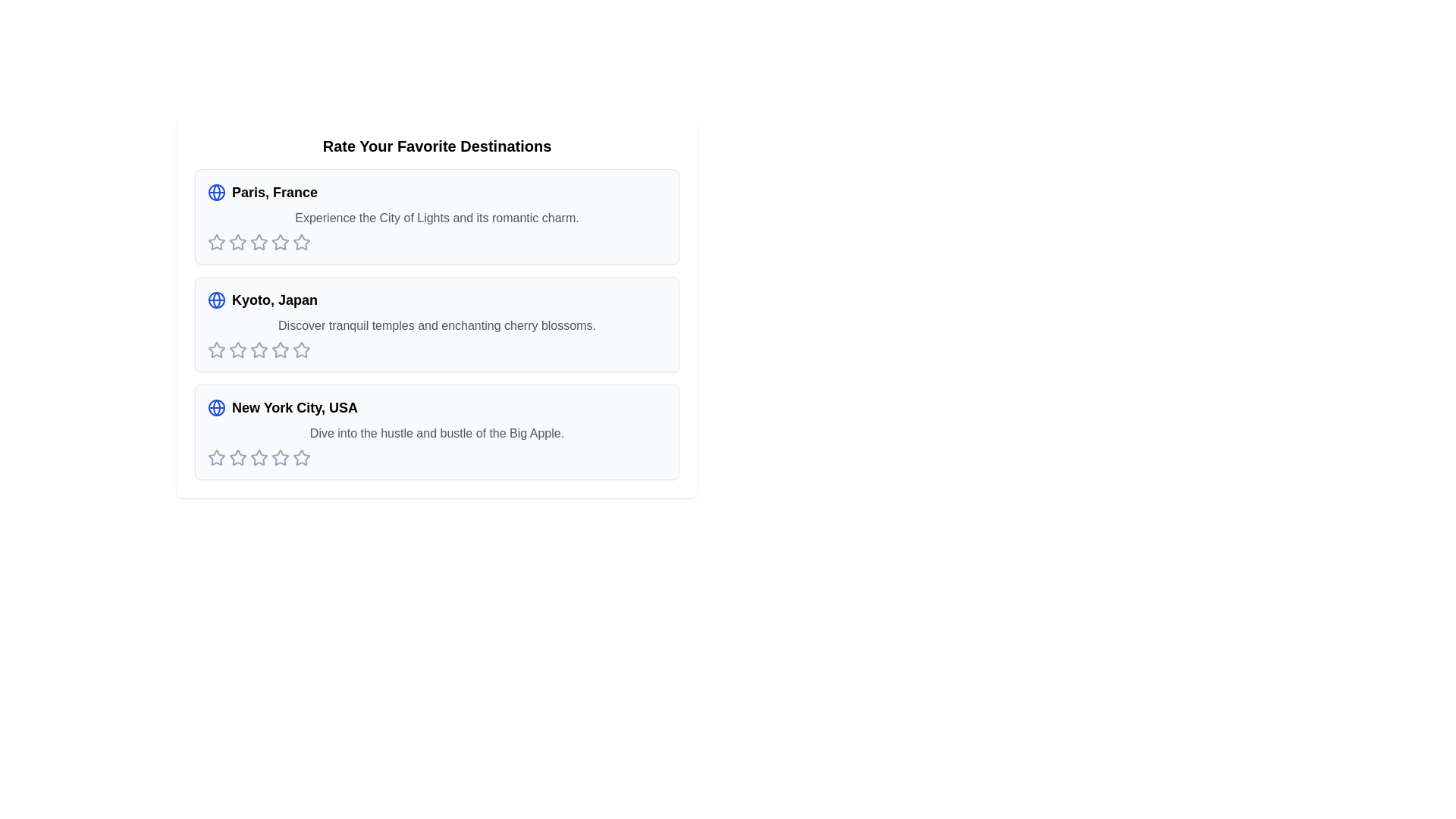 Image resolution: width=1456 pixels, height=819 pixels. I want to click on the blue globe icon located next to the text 'Kyoto, Japan' in the list under 'Rate Your Favorite Destinations', so click(216, 300).